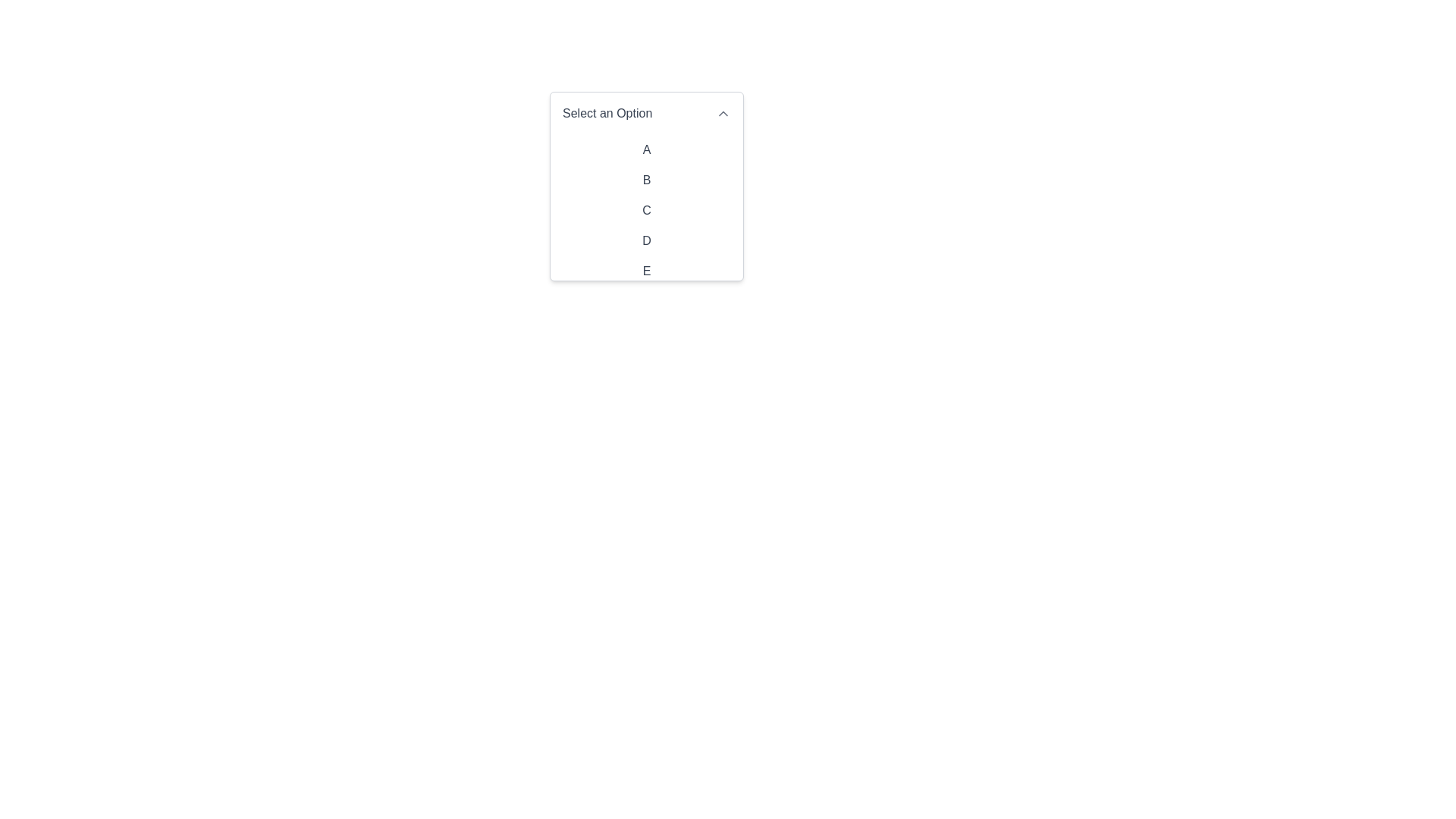 The image size is (1456, 819). What do you see at coordinates (647, 240) in the screenshot?
I see `the fourth item labeled 'D' in the dropdown menu` at bounding box center [647, 240].